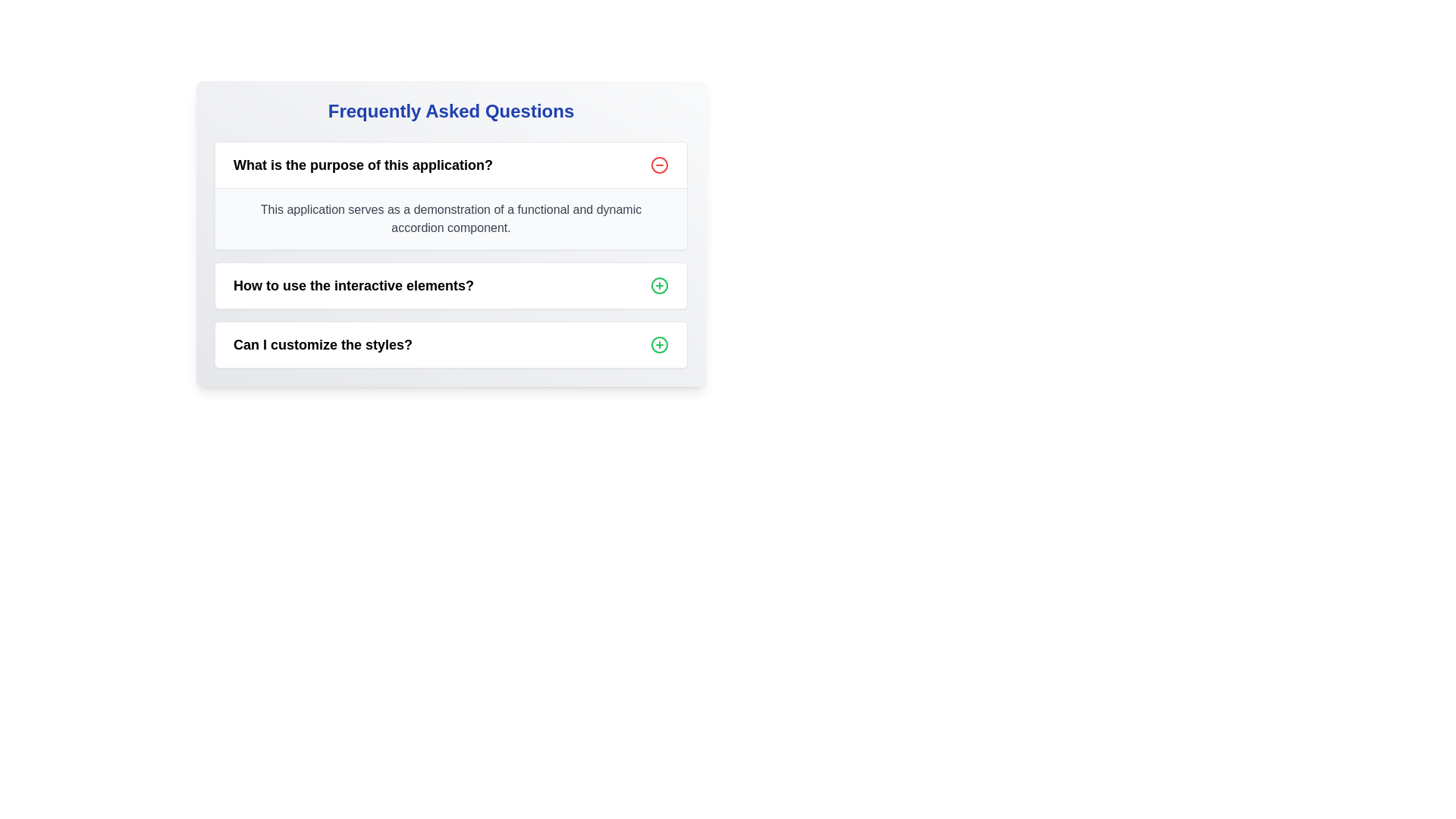 The width and height of the screenshot is (1456, 819). Describe the element at coordinates (450, 218) in the screenshot. I see `the text block with light gray background containing the sentence 'This application serves as a demonstration of a functional and dynamic accordion component.' located below the header 'What is the purpose of this application?'` at that location.